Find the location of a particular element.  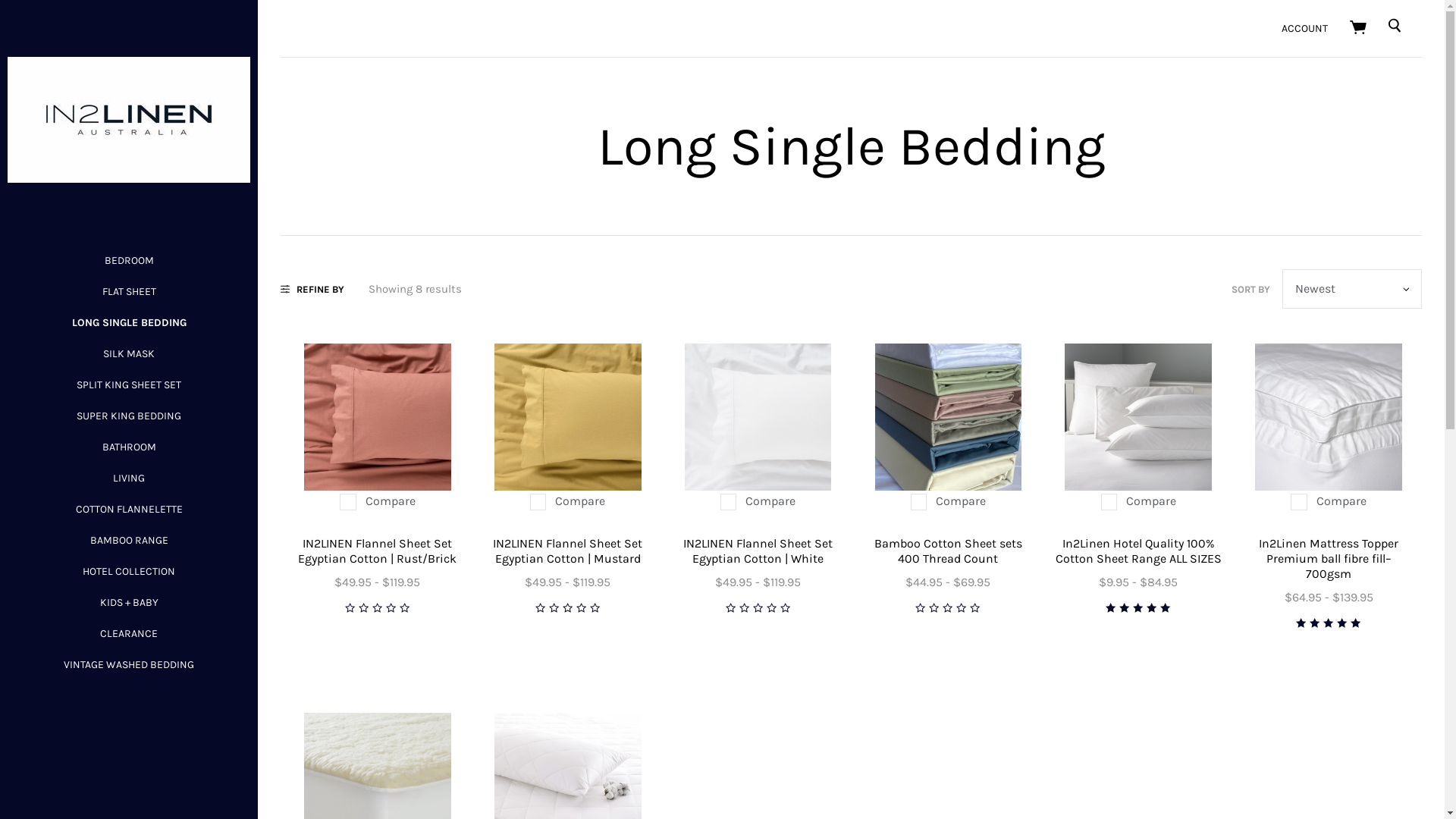

'CART' is located at coordinates (1359, 28).